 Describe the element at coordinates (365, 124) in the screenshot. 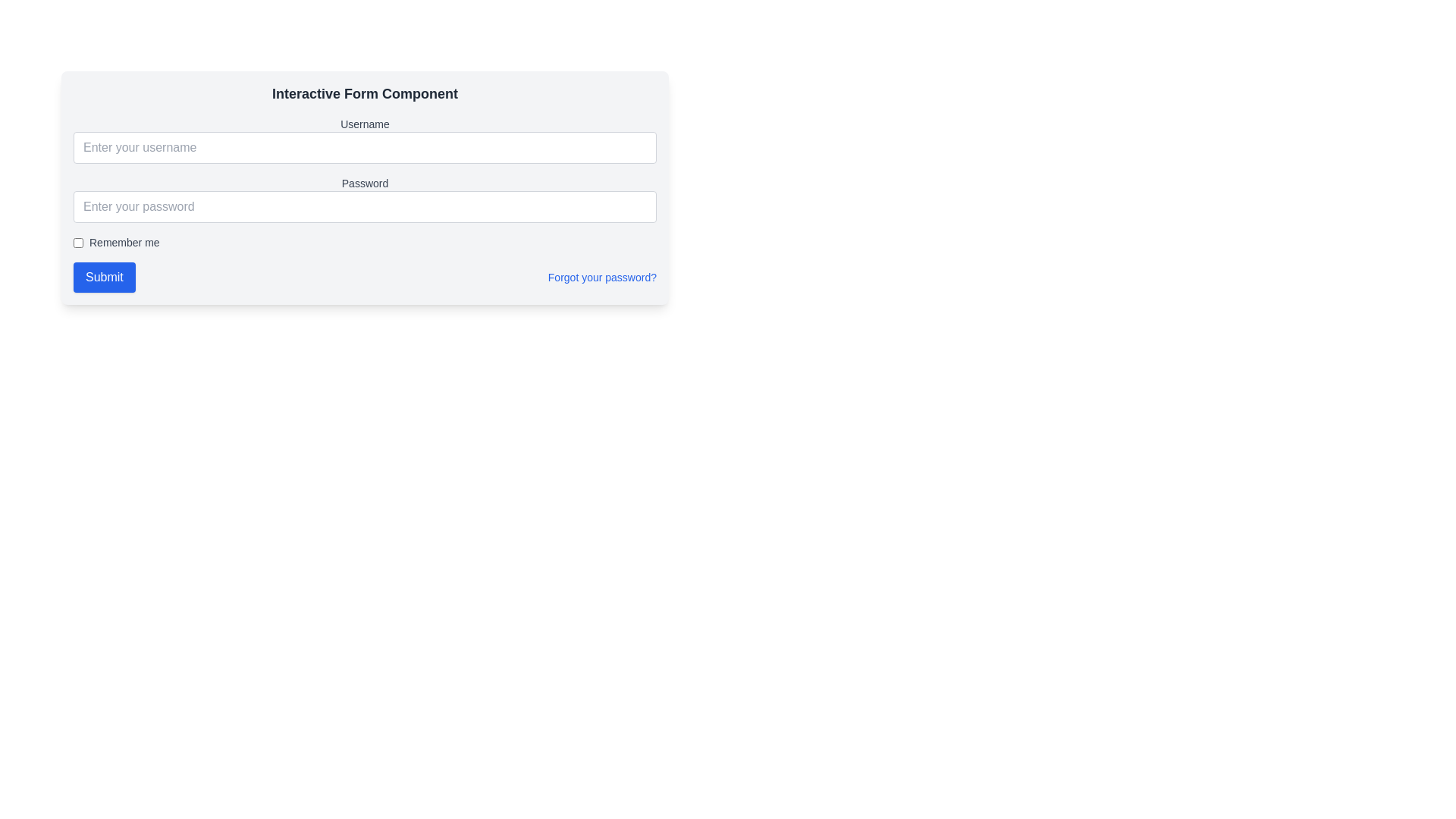

I see `the 'Username' text label element, which is styled with a small font size, medium weight, and gray color, positioned directly above the username input field in the form layout` at that location.